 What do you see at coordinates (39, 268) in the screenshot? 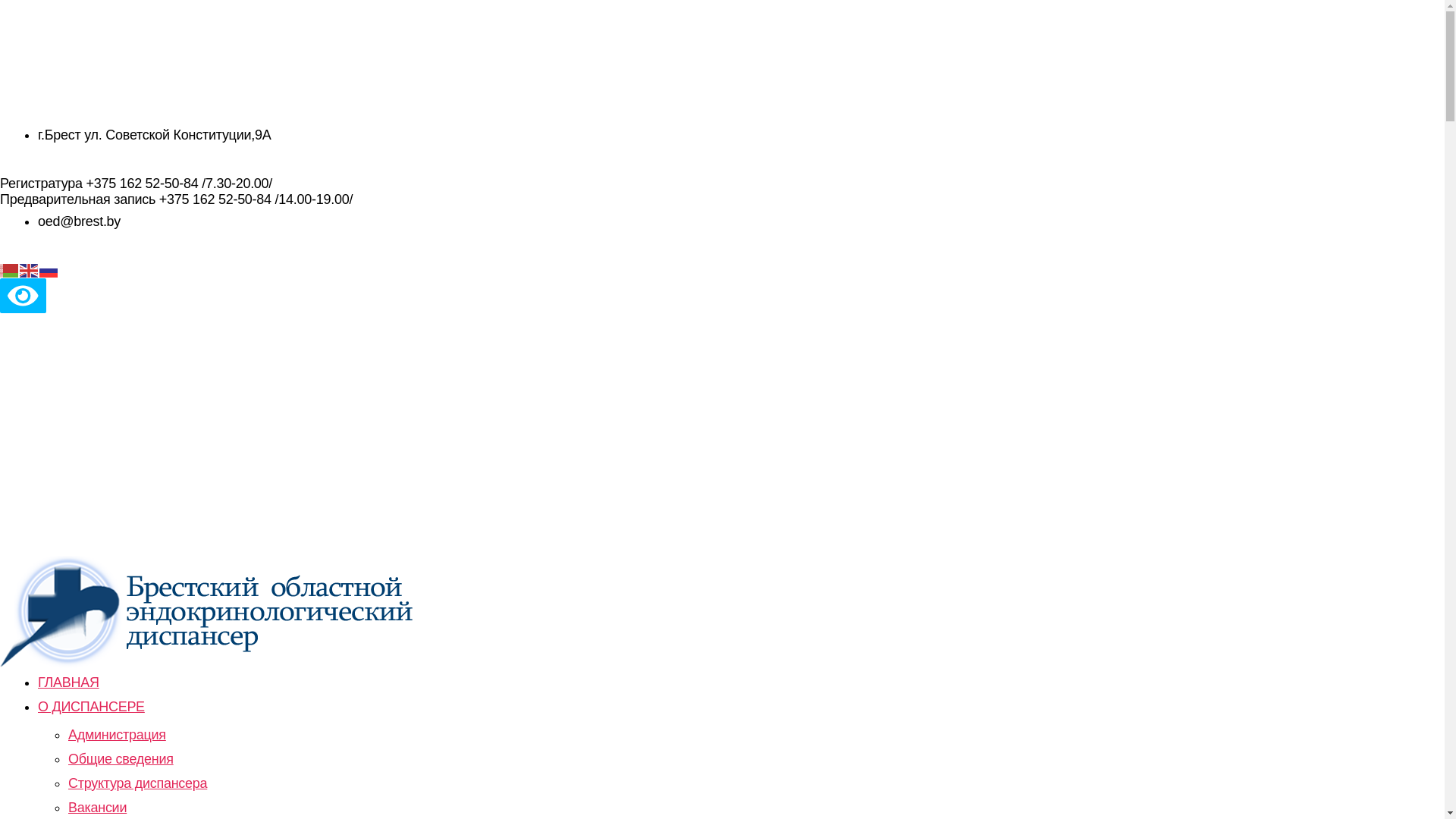
I see `'Russian'` at bounding box center [39, 268].